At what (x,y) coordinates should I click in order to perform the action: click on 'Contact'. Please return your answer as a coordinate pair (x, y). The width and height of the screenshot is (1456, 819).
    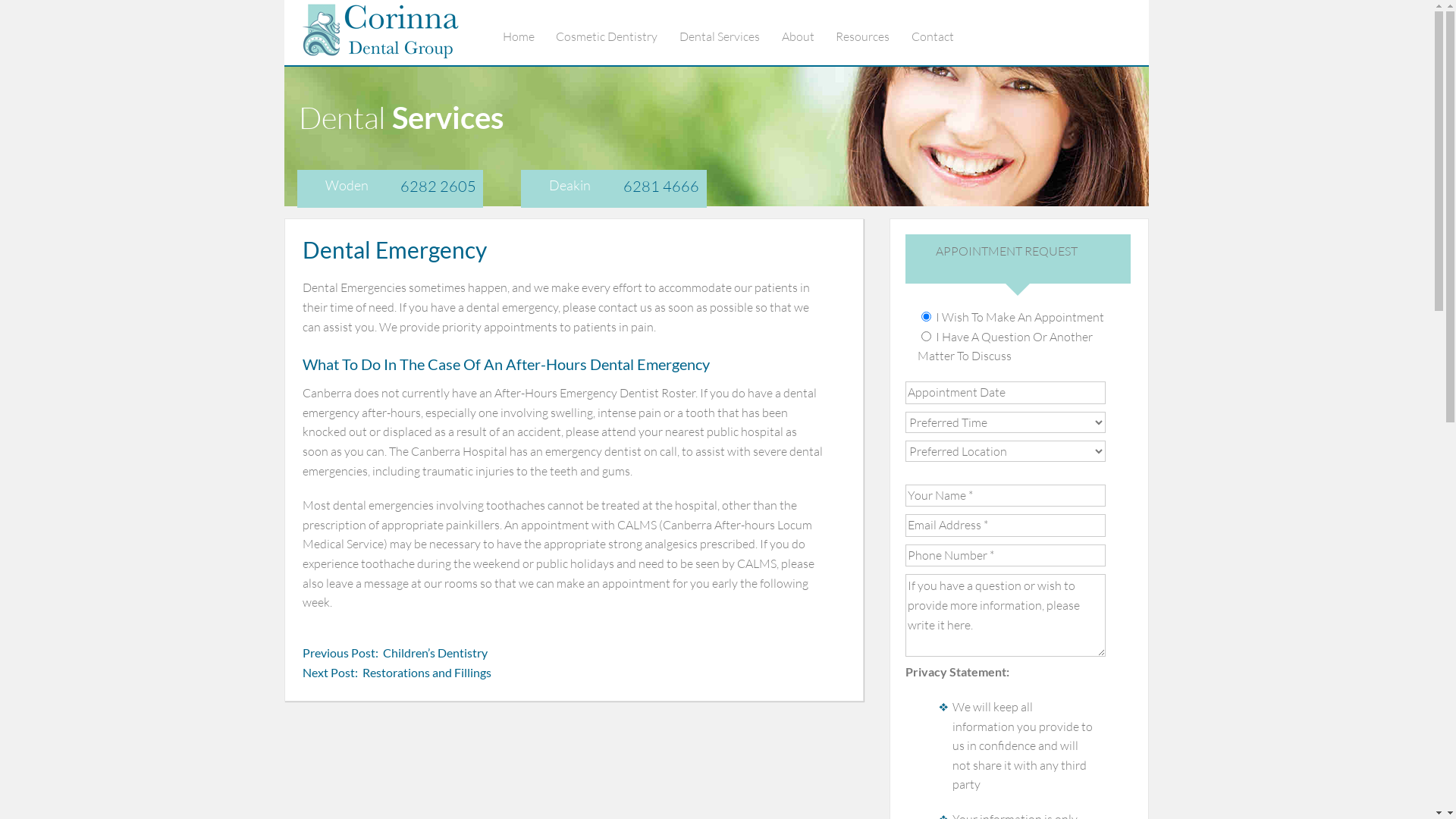
    Looking at the image, I should click on (942, 35).